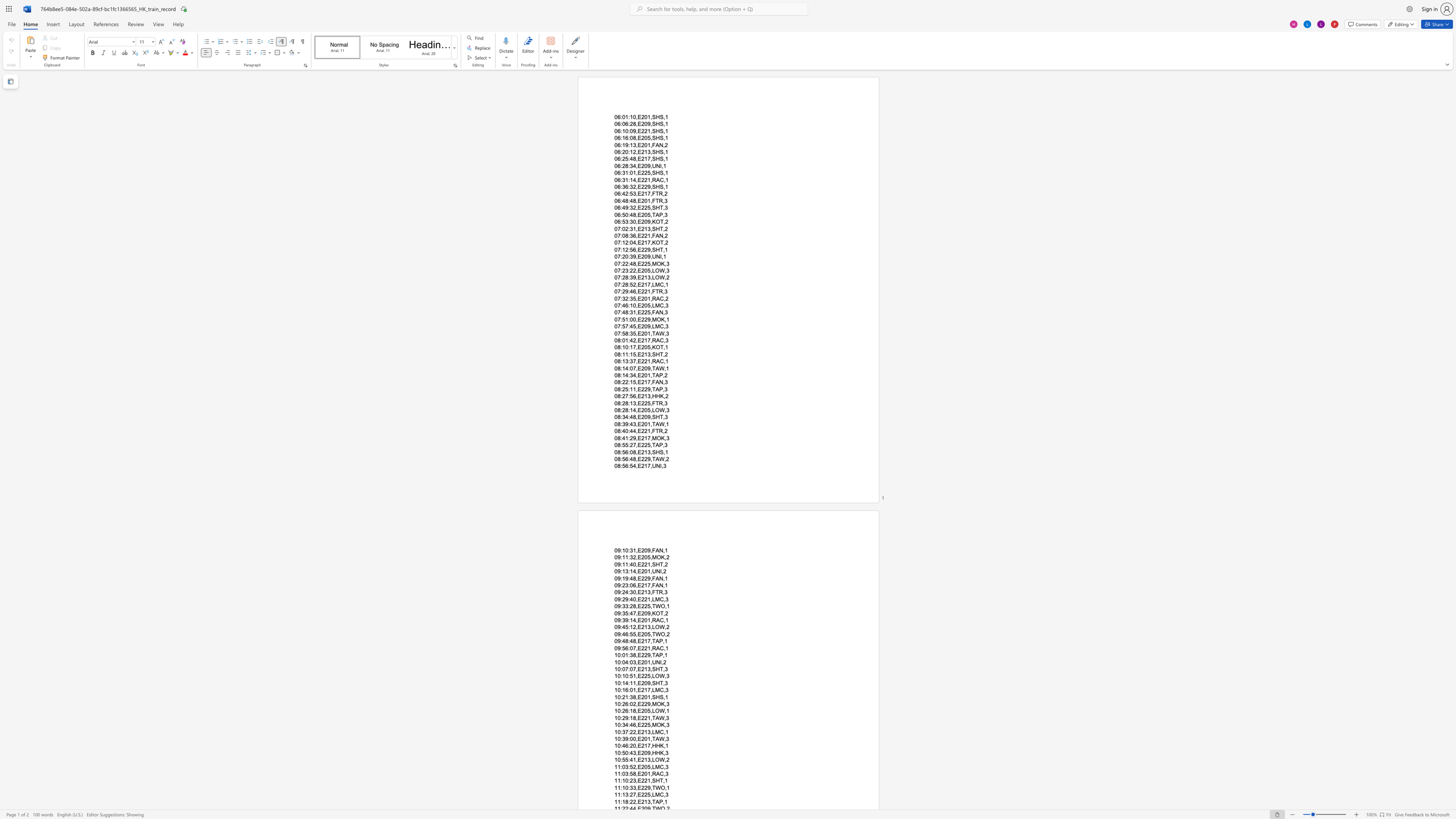  What do you see at coordinates (649, 124) in the screenshot?
I see `the subset text ",SHS,1" within the text "06:06:28,E209,SHS,1"` at bounding box center [649, 124].